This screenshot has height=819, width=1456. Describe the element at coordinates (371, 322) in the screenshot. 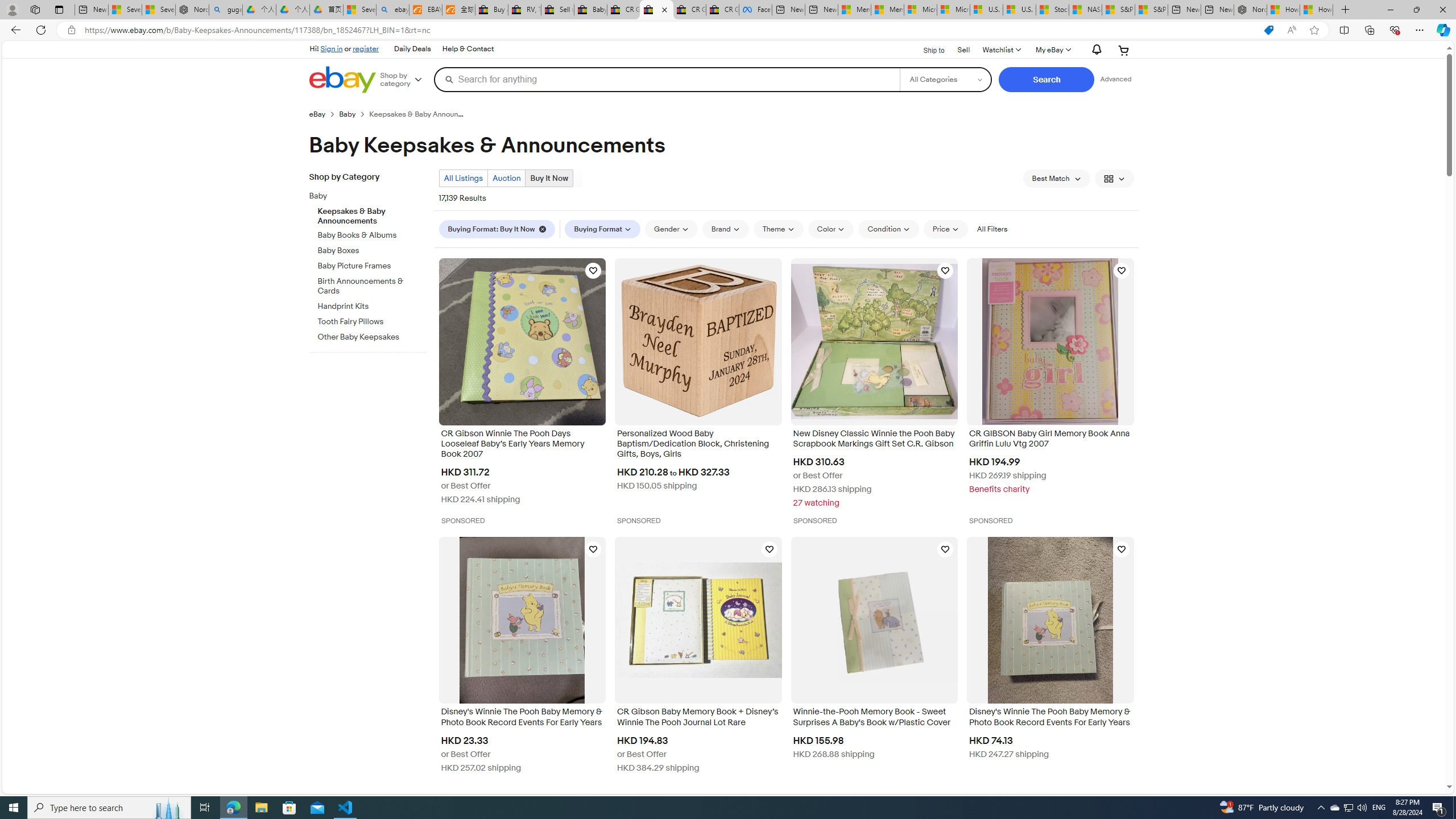

I see `'Tooth Fairy Pillows'` at that location.